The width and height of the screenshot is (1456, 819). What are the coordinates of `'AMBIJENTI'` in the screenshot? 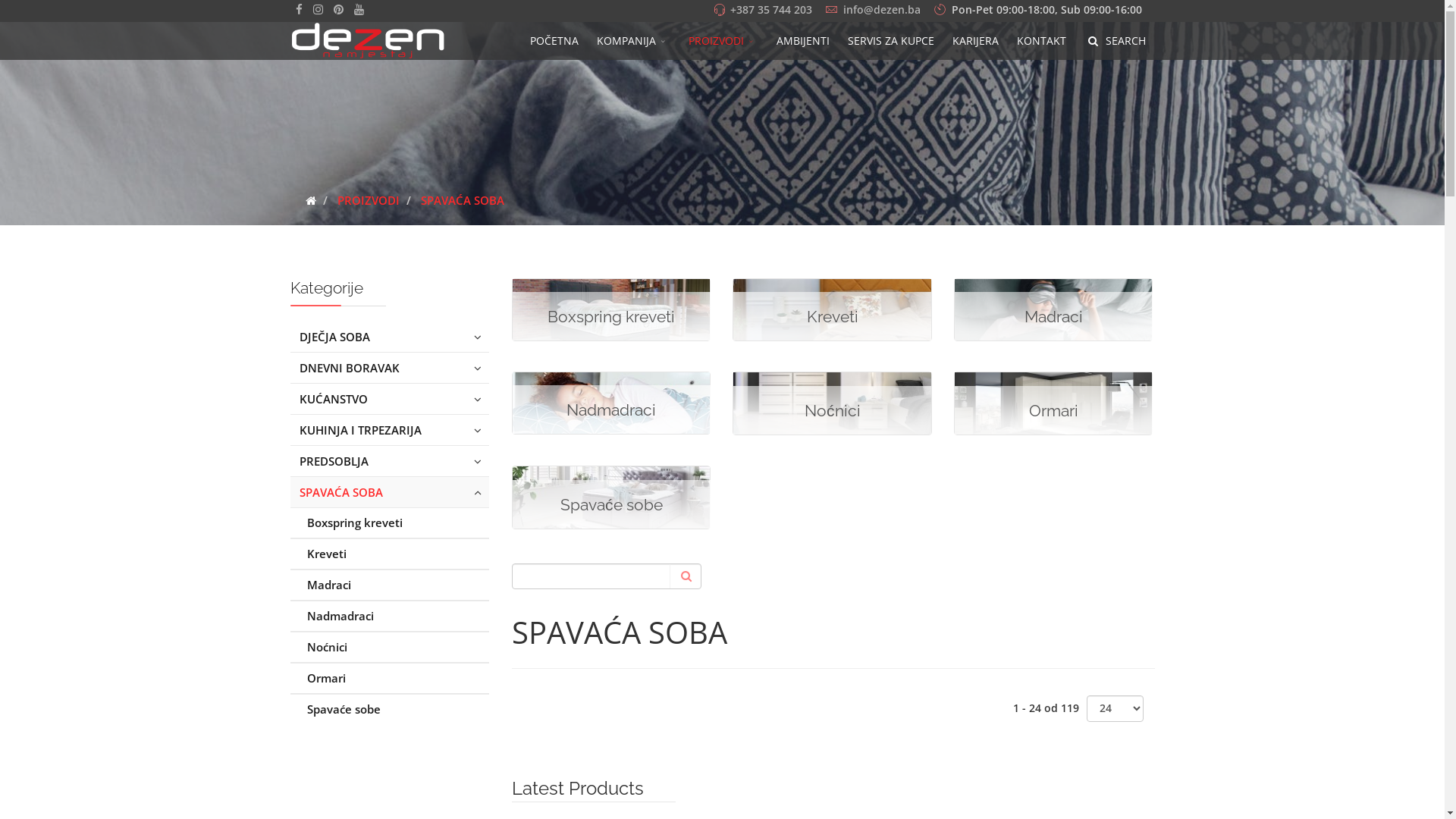 It's located at (802, 40).